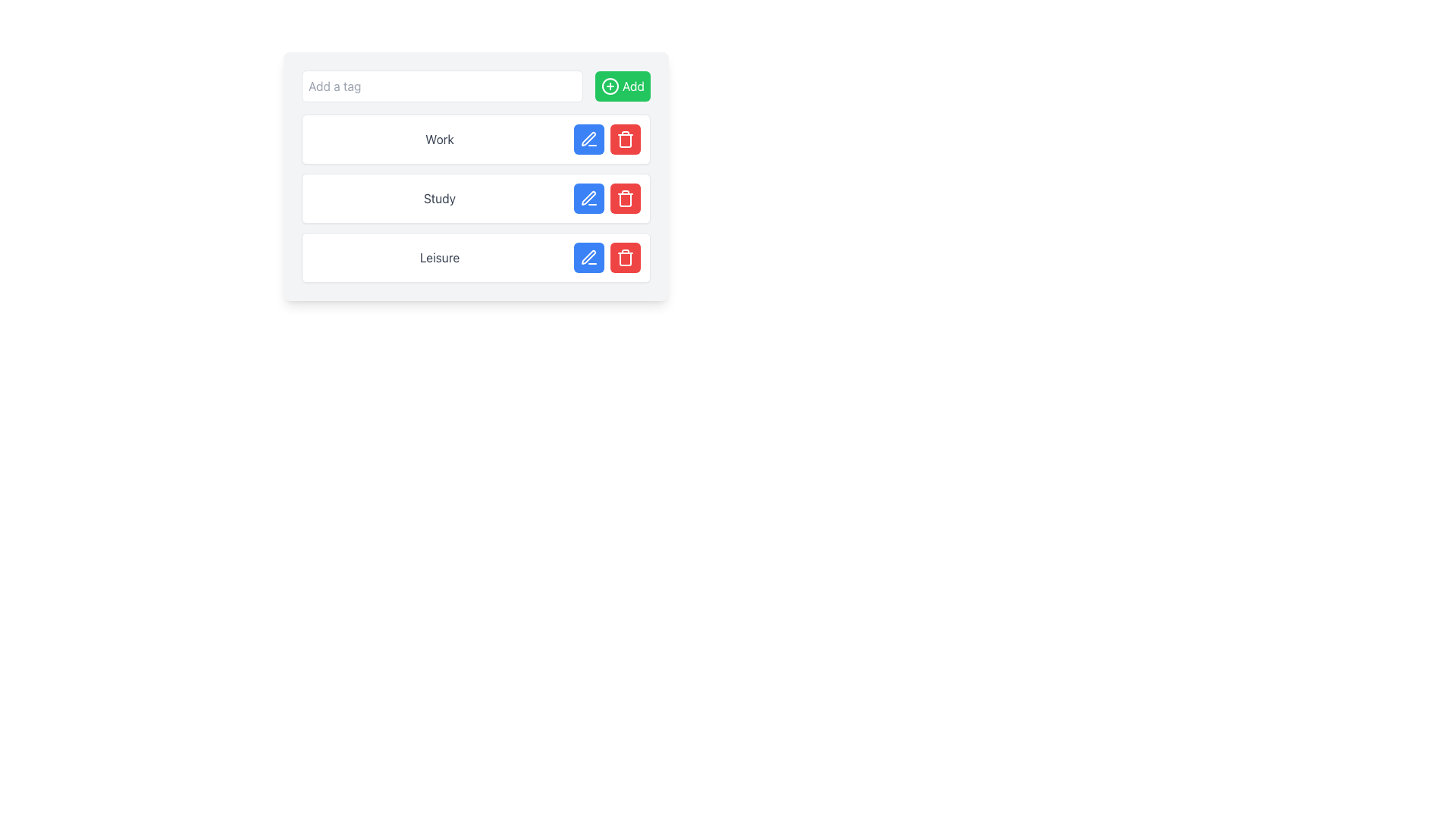  I want to click on the 'Study' Text Label element, which is a bold, dark gray font displayed within a white, rounded rectangular card, located in the middle entry of a vertically stacked list of cards, so click(439, 198).